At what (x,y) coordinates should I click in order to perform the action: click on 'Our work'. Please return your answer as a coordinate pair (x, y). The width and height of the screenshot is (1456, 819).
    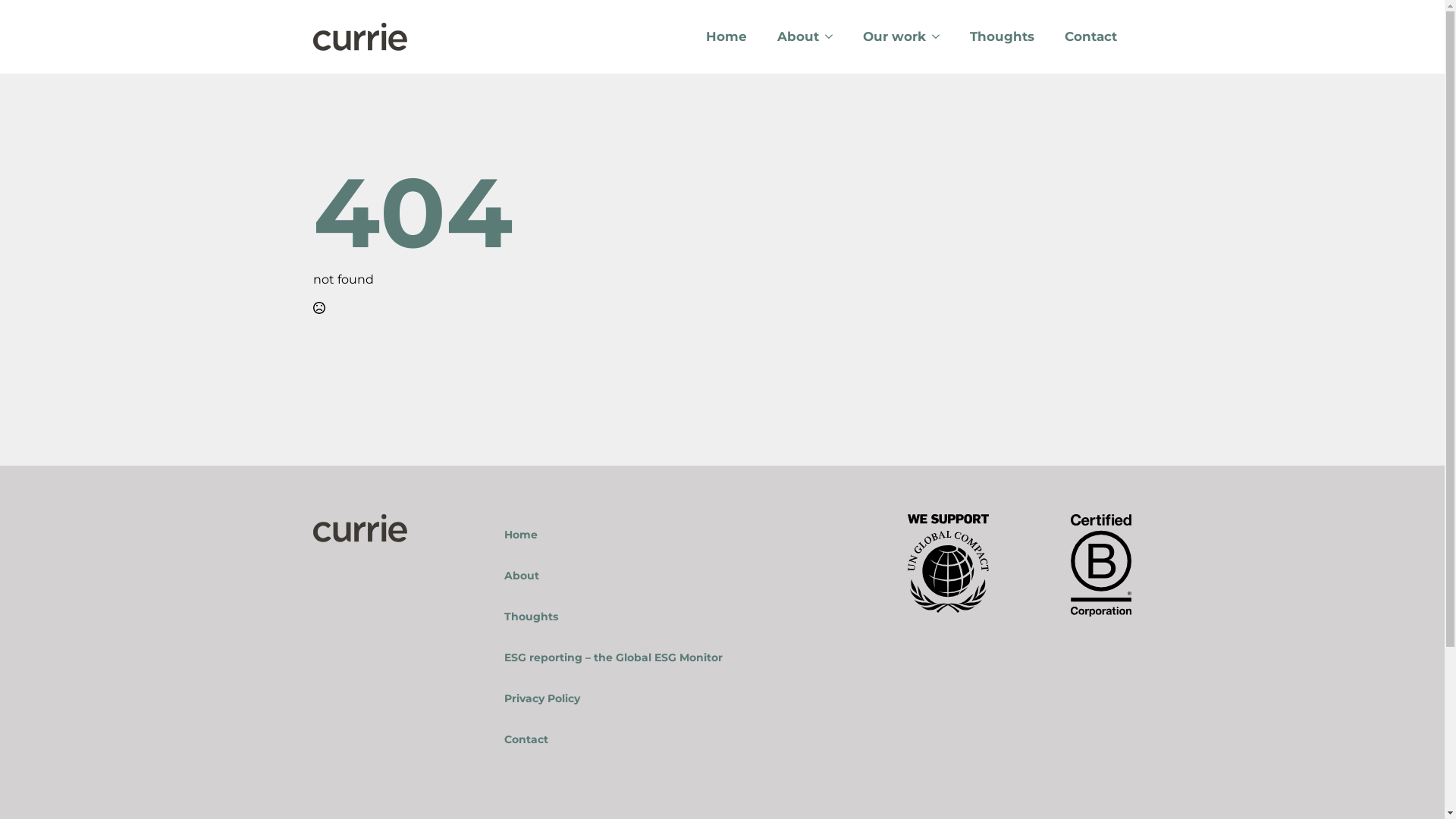
    Looking at the image, I should click on (886, 36).